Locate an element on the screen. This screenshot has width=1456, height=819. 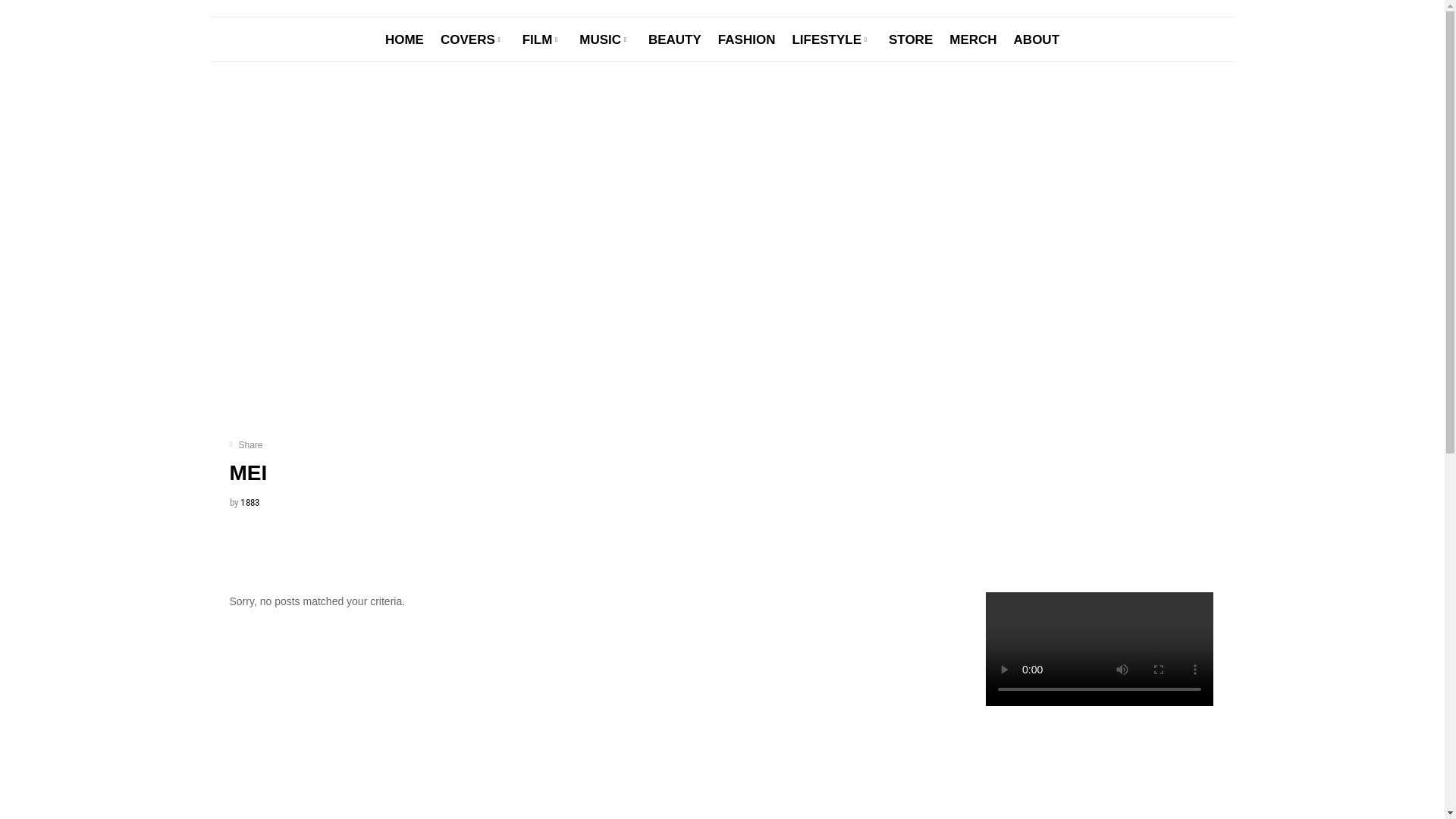
'Share' is located at coordinates (246, 444).